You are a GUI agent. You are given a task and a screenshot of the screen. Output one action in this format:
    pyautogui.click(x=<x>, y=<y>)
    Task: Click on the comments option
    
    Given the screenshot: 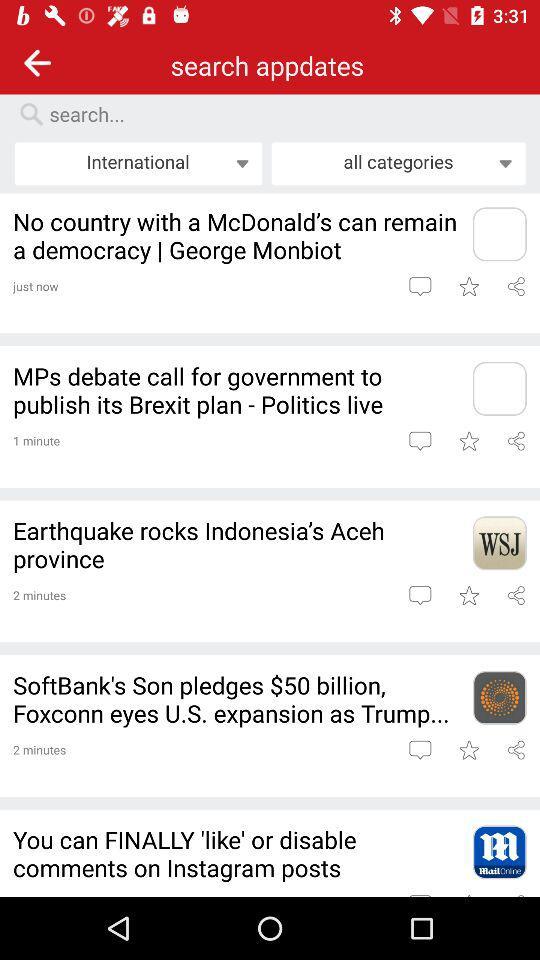 What is the action you would take?
    pyautogui.click(x=419, y=285)
    